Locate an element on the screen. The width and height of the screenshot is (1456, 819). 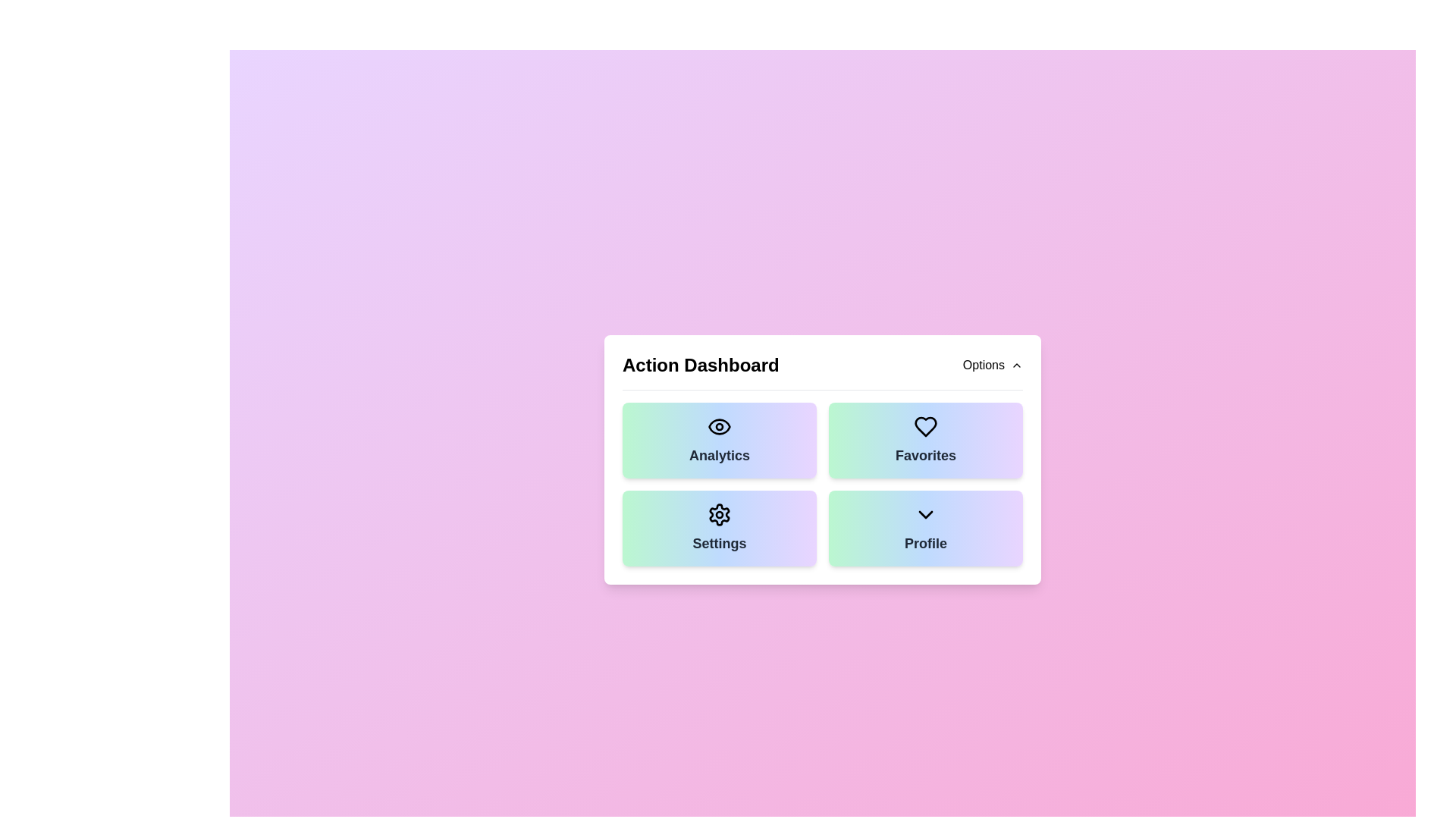
the chevron-down icon within the 'Profile' button located in the lower-right corner of the 'Action Dashboard' card is located at coordinates (924, 513).